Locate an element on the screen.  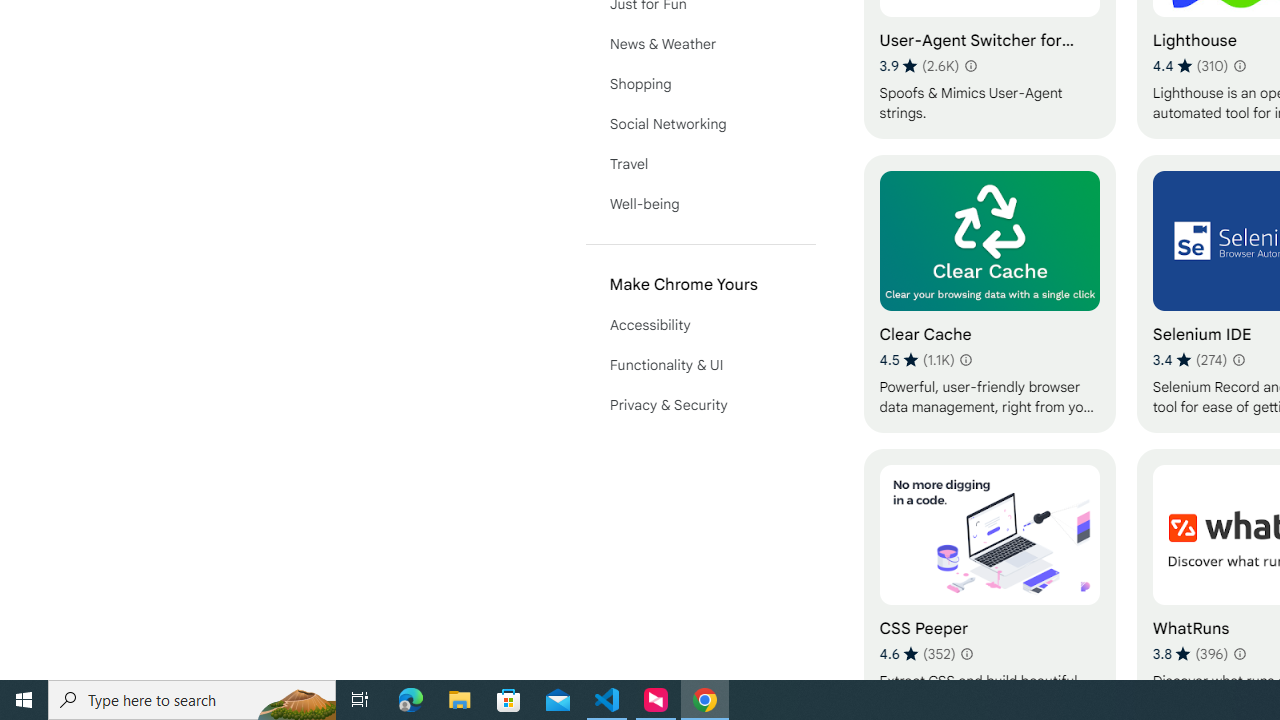
'Average rating 4.6 out of 5 stars. 352 ratings.' is located at coordinates (916, 653).